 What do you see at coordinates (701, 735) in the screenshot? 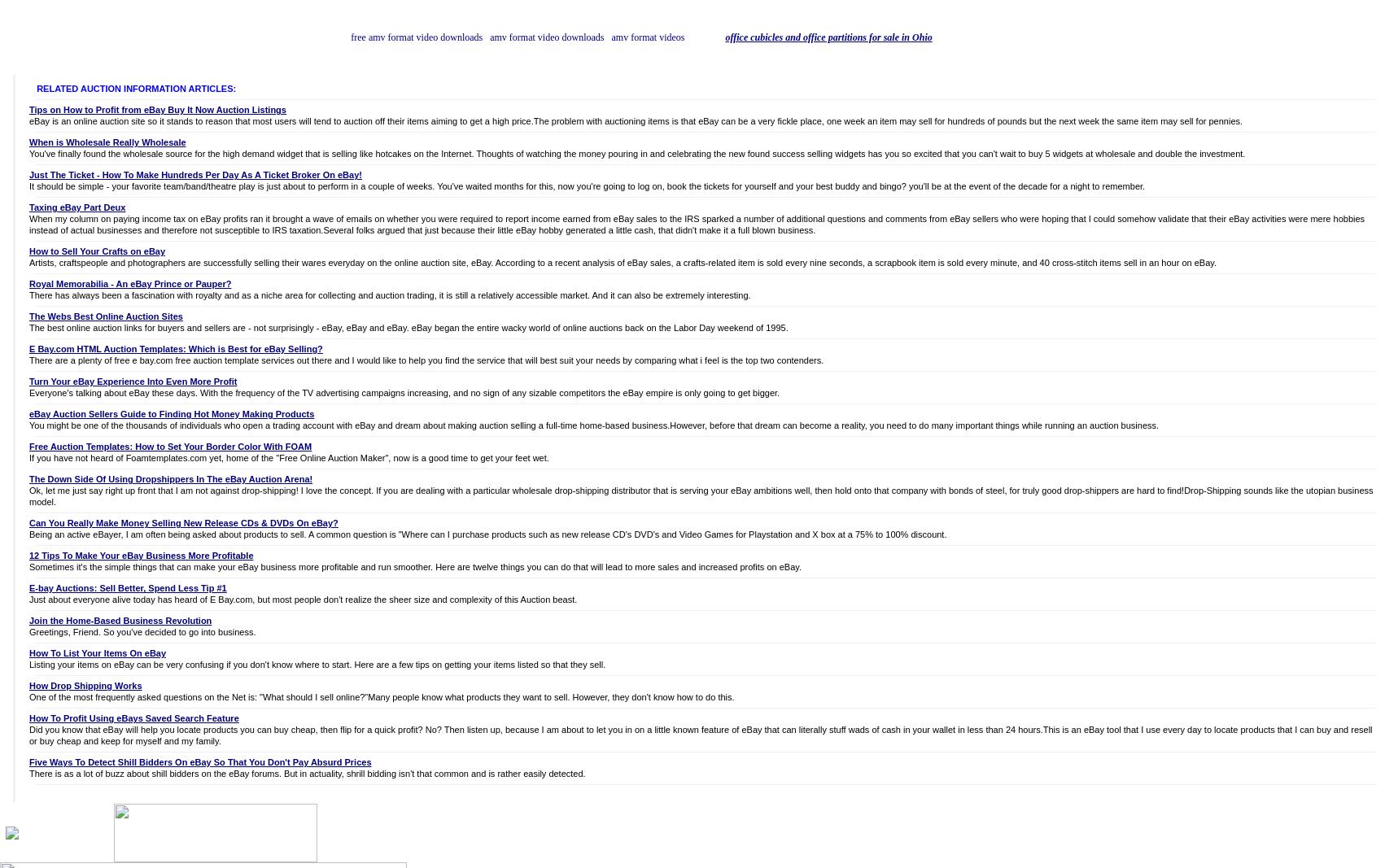
I see `'Did you know that eBay will help you locate products you
        can buy cheap, then flip for a quick profit? No? Then
        listen up, because I am about to let you in on a little
        known feature of eBay that can literally stuff wads of cash
        in your wallet in less than 24 hours.This is an eBay tool
        that I use every day to locate products that I can buy and
        resell or buy cheap and keep for myself and my family.'` at bounding box center [701, 735].